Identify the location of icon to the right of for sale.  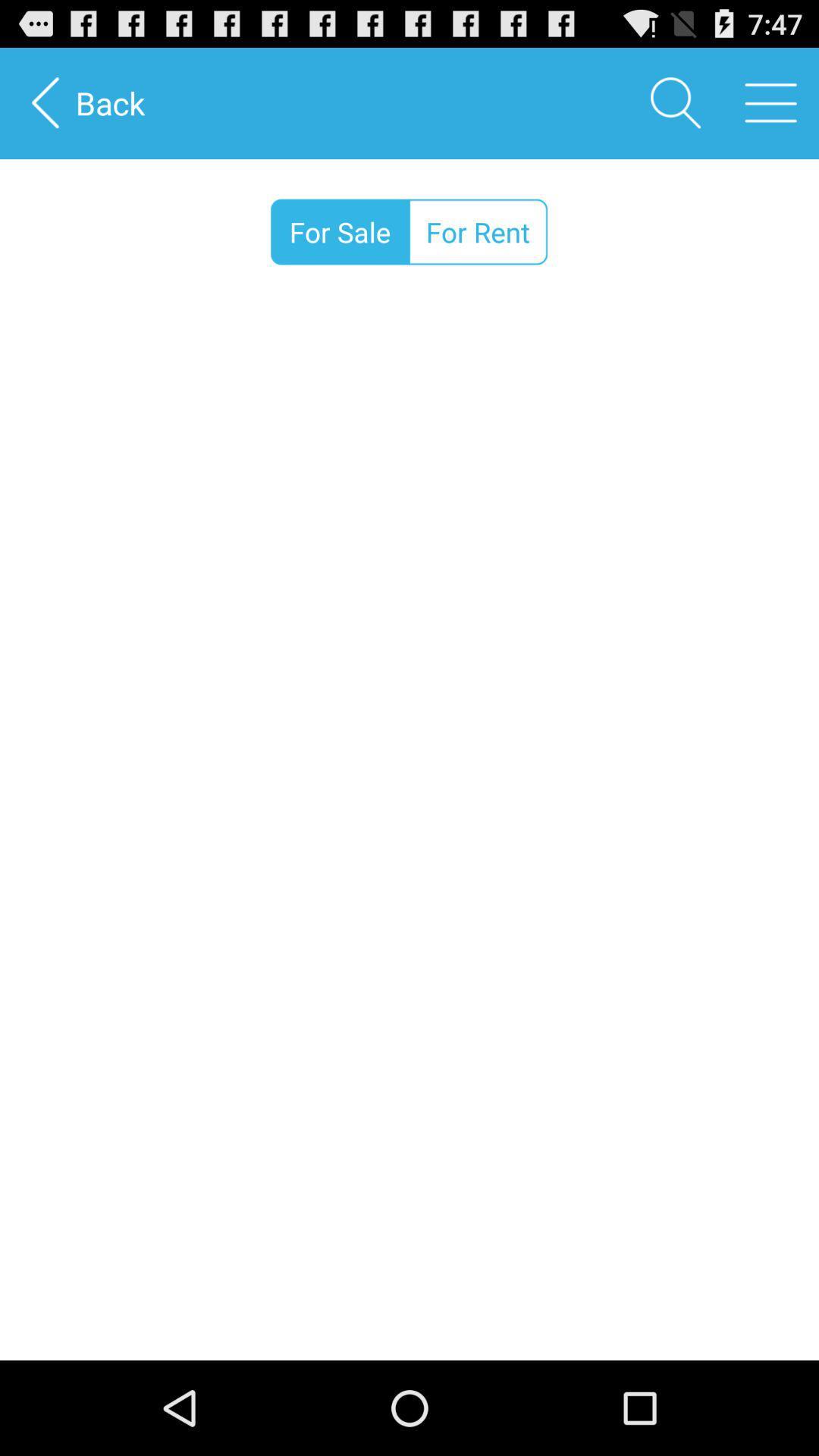
(478, 231).